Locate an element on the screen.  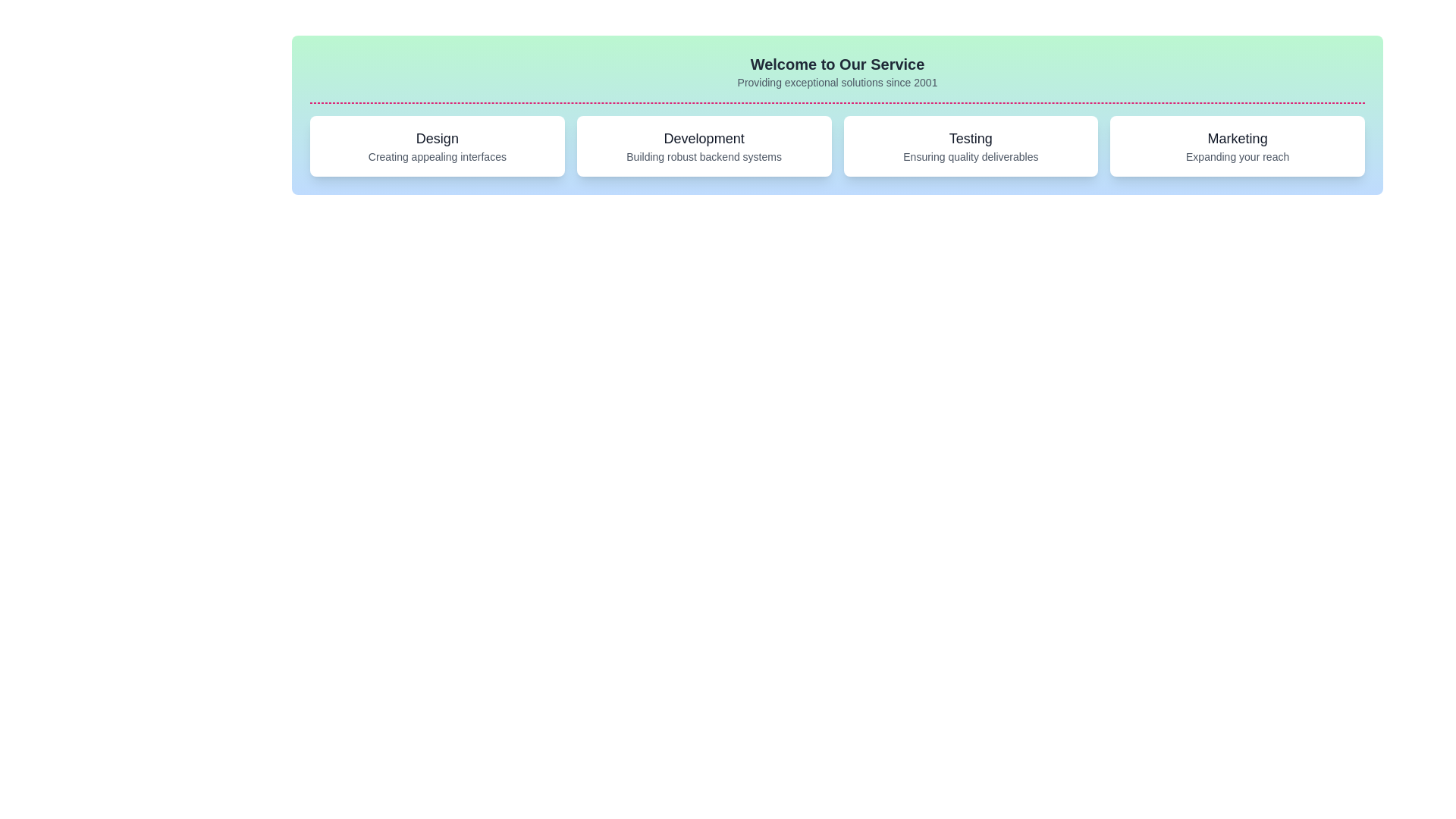
the descriptive subtext of the 'Marketing' card, which is the second text label located at the rightmost position in a row of service cards is located at coordinates (1238, 157).